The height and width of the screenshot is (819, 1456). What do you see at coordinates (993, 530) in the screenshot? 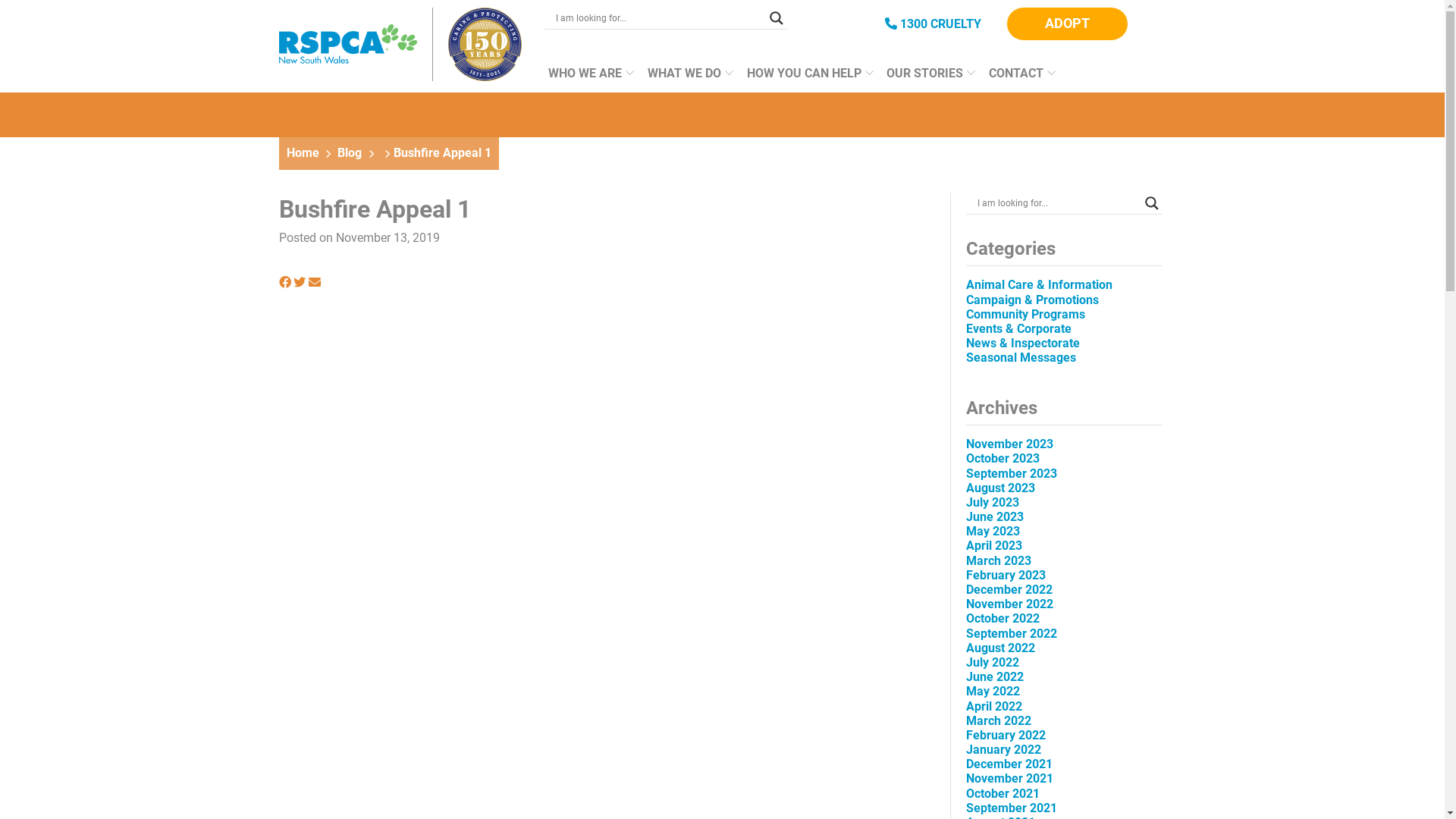
I see `'May 2023'` at bounding box center [993, 530].